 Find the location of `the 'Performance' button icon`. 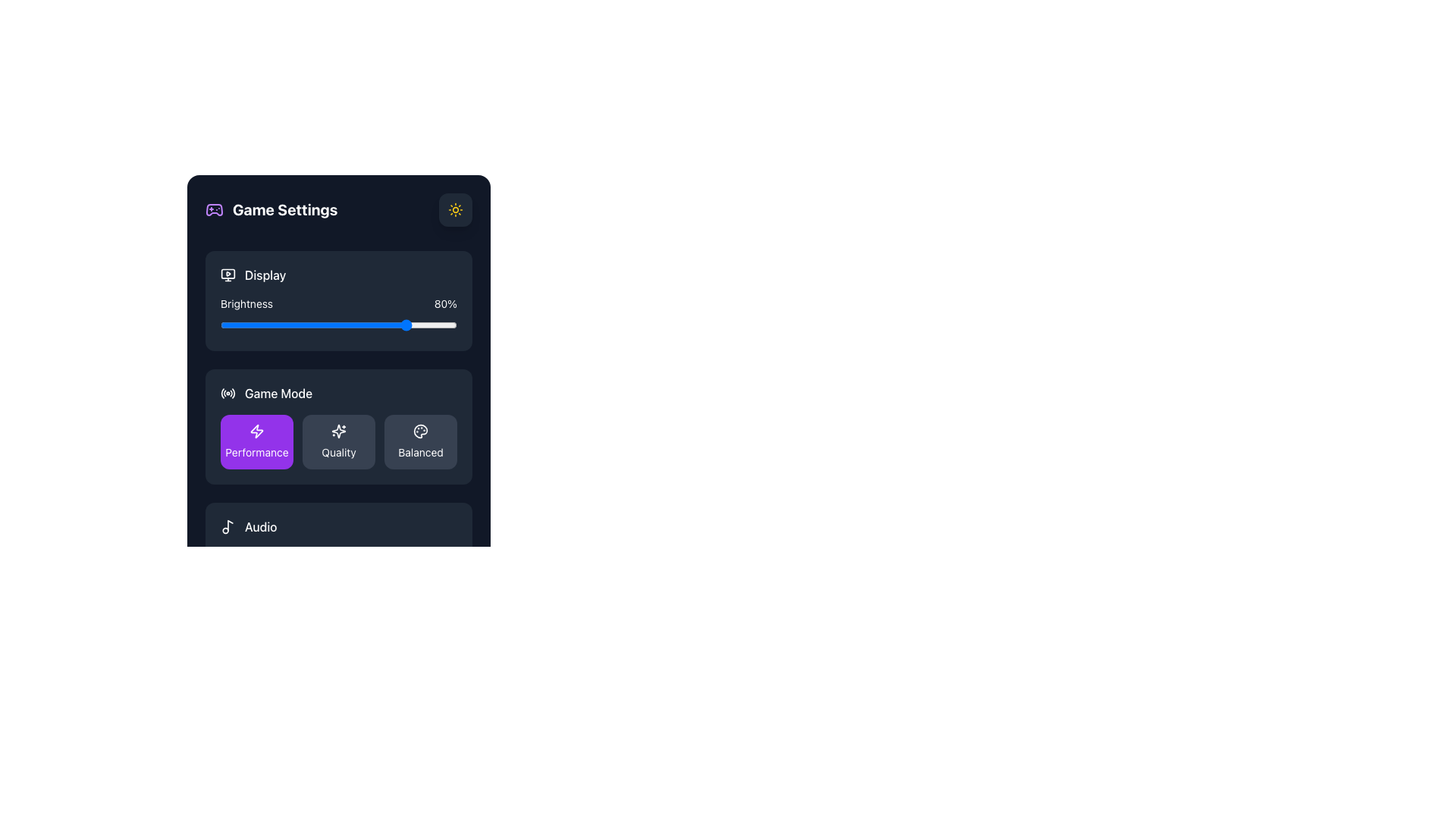

the 'Performance' button icon is located at coordinates (257, 431).